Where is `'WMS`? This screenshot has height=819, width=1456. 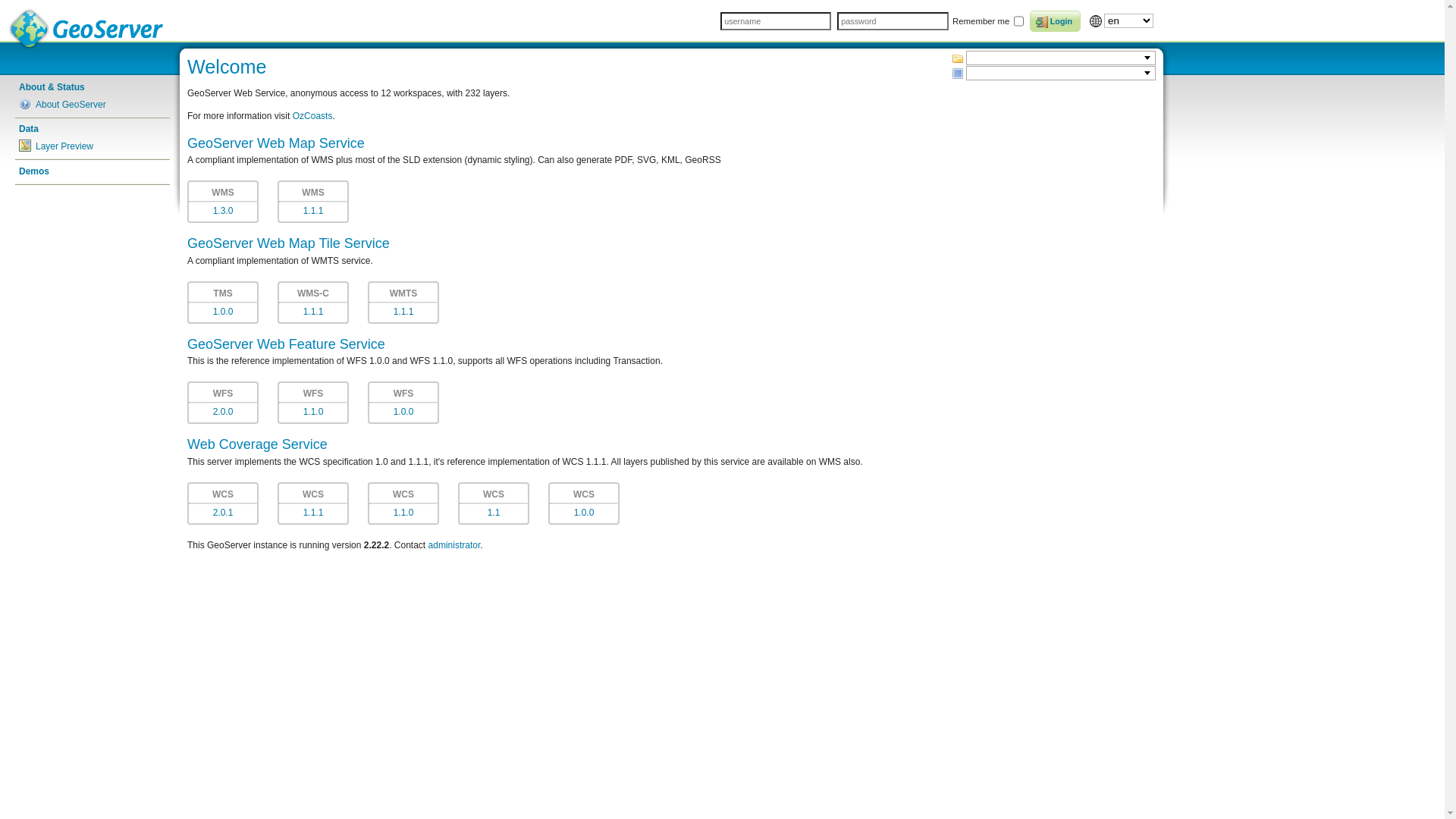 'WMS is located at coordinates (312, 201).